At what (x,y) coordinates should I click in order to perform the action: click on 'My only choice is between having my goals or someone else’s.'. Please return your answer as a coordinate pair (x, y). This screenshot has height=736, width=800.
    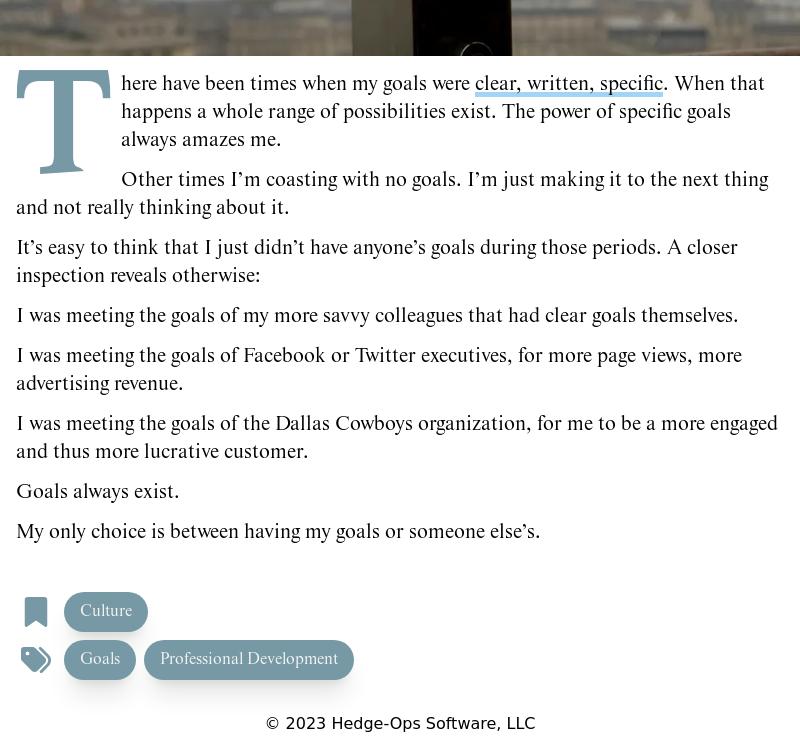
    Looking at the image, I should click on (278, 531).